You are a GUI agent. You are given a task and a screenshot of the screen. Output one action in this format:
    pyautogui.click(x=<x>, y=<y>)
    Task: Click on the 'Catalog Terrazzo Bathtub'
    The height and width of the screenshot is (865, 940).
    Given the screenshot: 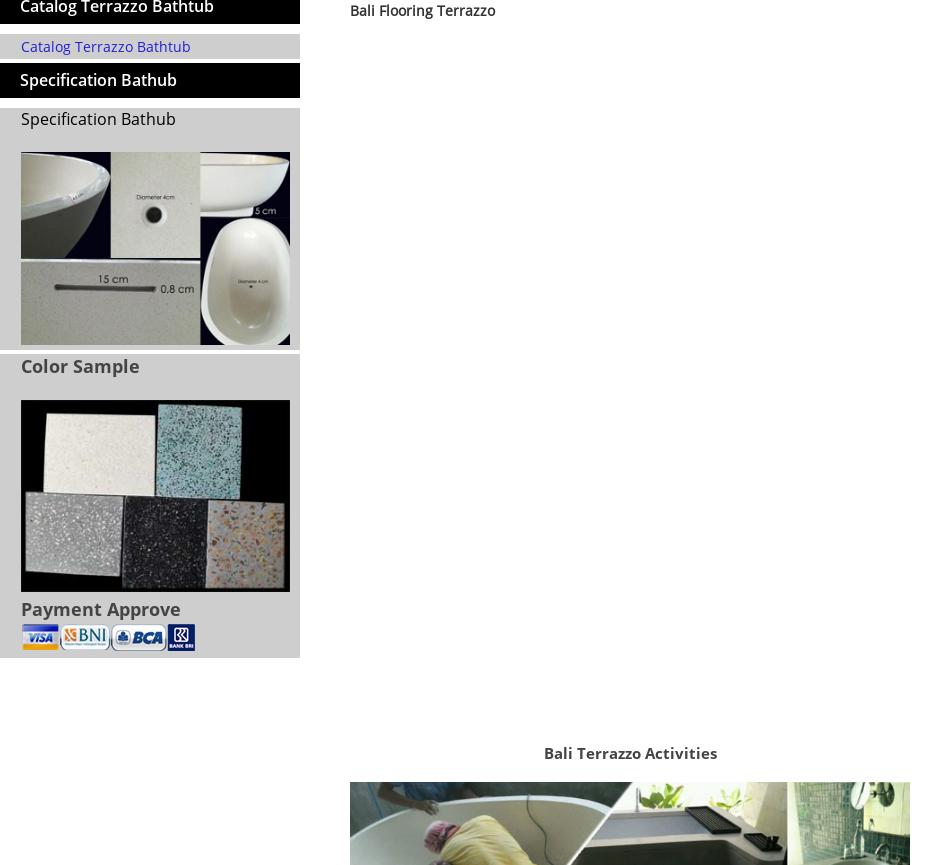 What is the action you would take?
    pyautogui.click(x=106, y=46)
    